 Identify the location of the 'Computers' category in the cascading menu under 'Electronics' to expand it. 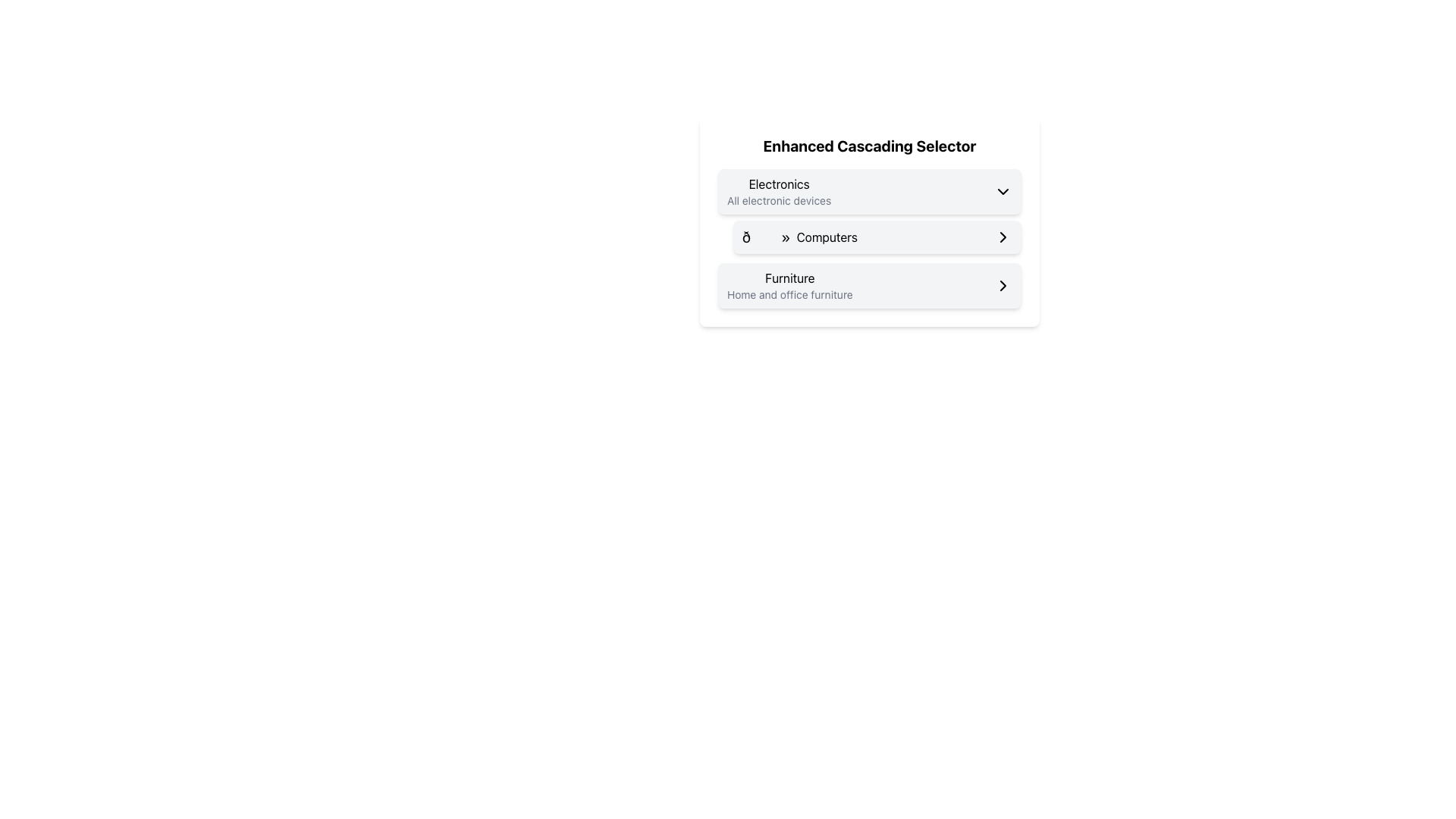
(870, 211).